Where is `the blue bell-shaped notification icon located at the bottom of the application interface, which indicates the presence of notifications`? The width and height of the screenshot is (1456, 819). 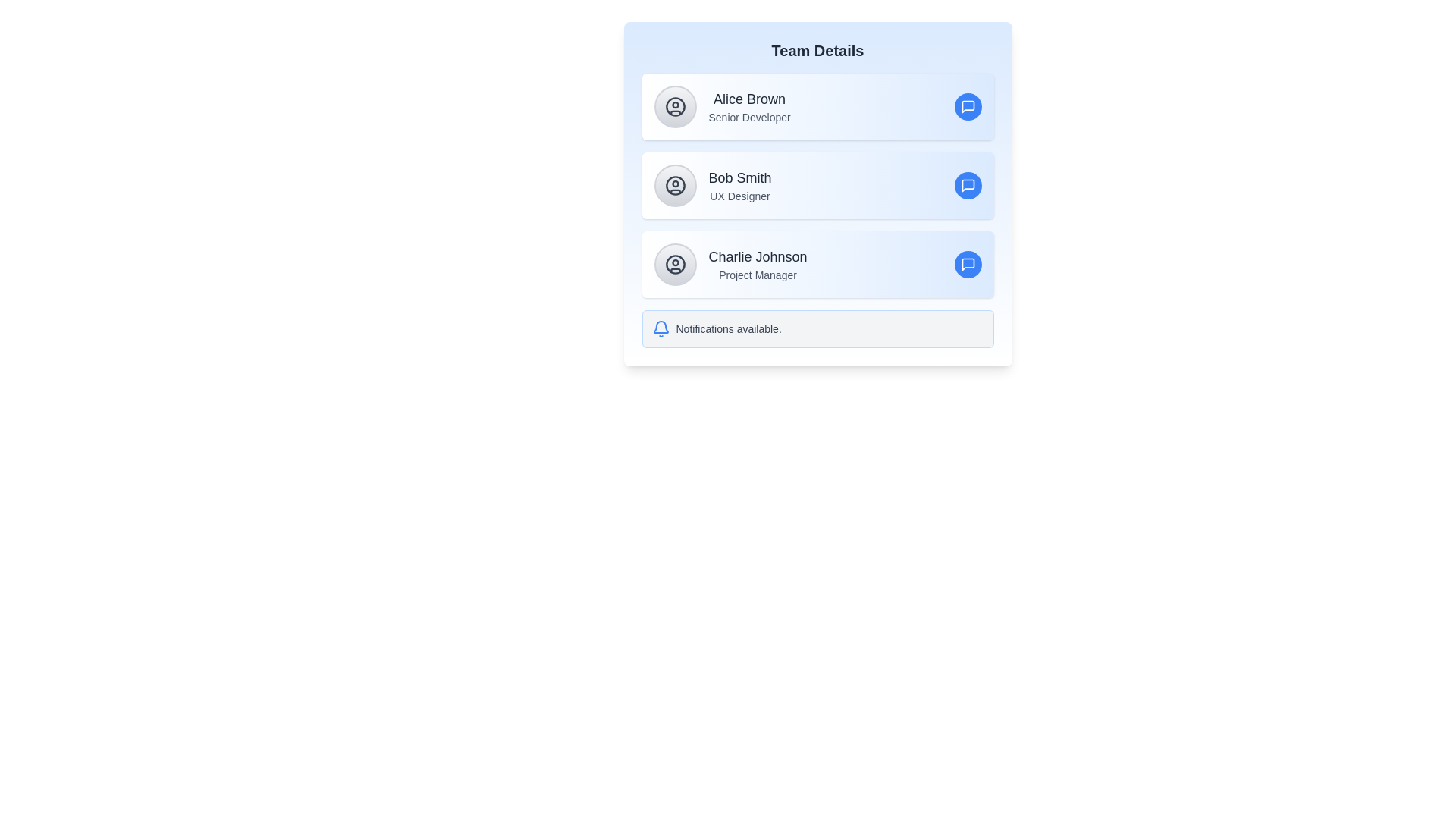
the blue bell-shaped notification icon located at the bottom of the application interface, which indicates the presence of notifications is located at coordinates (661, 328).